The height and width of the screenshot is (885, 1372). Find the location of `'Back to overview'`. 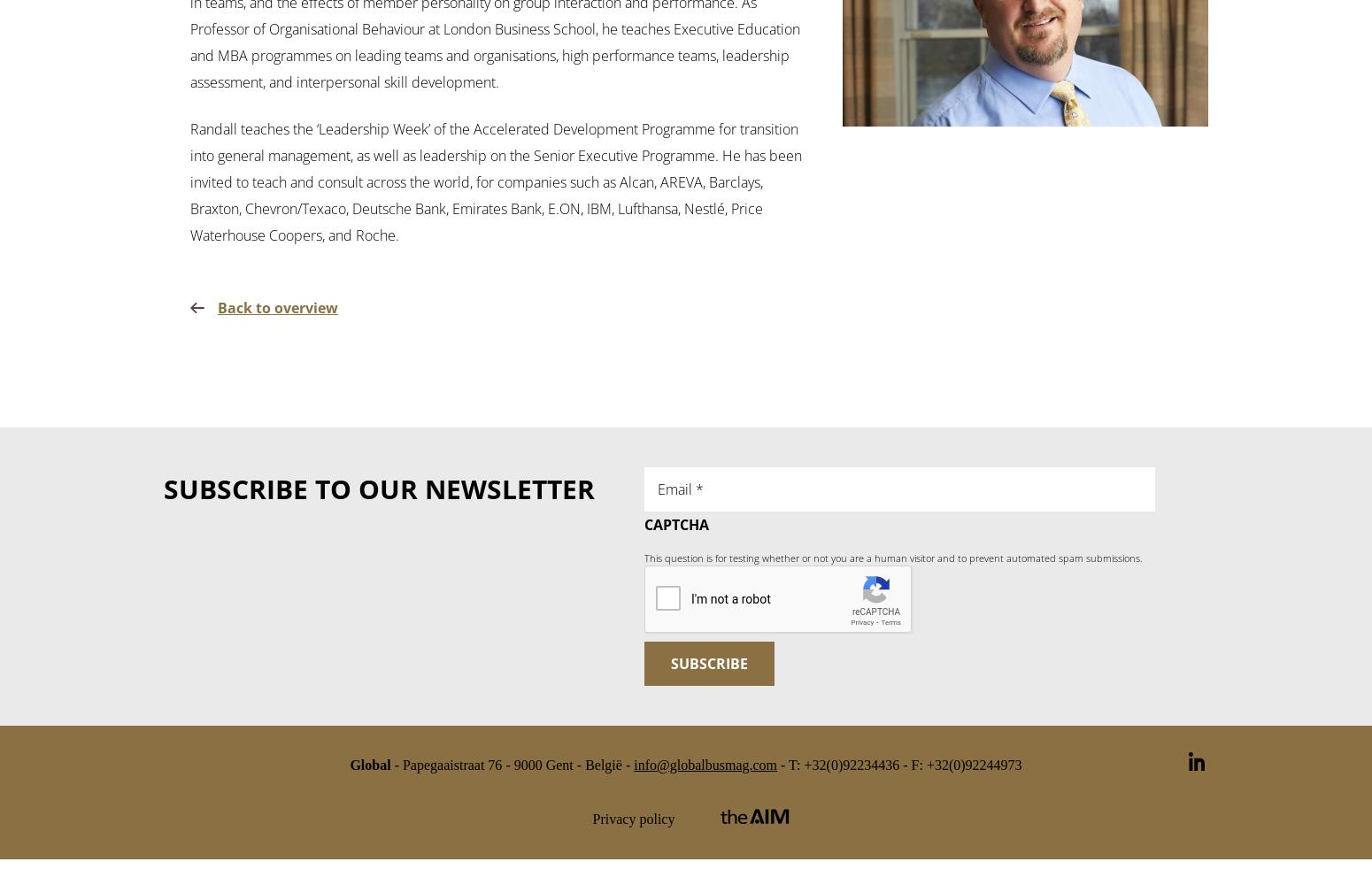

'Back to overview' is located at coordinates (277, 307).